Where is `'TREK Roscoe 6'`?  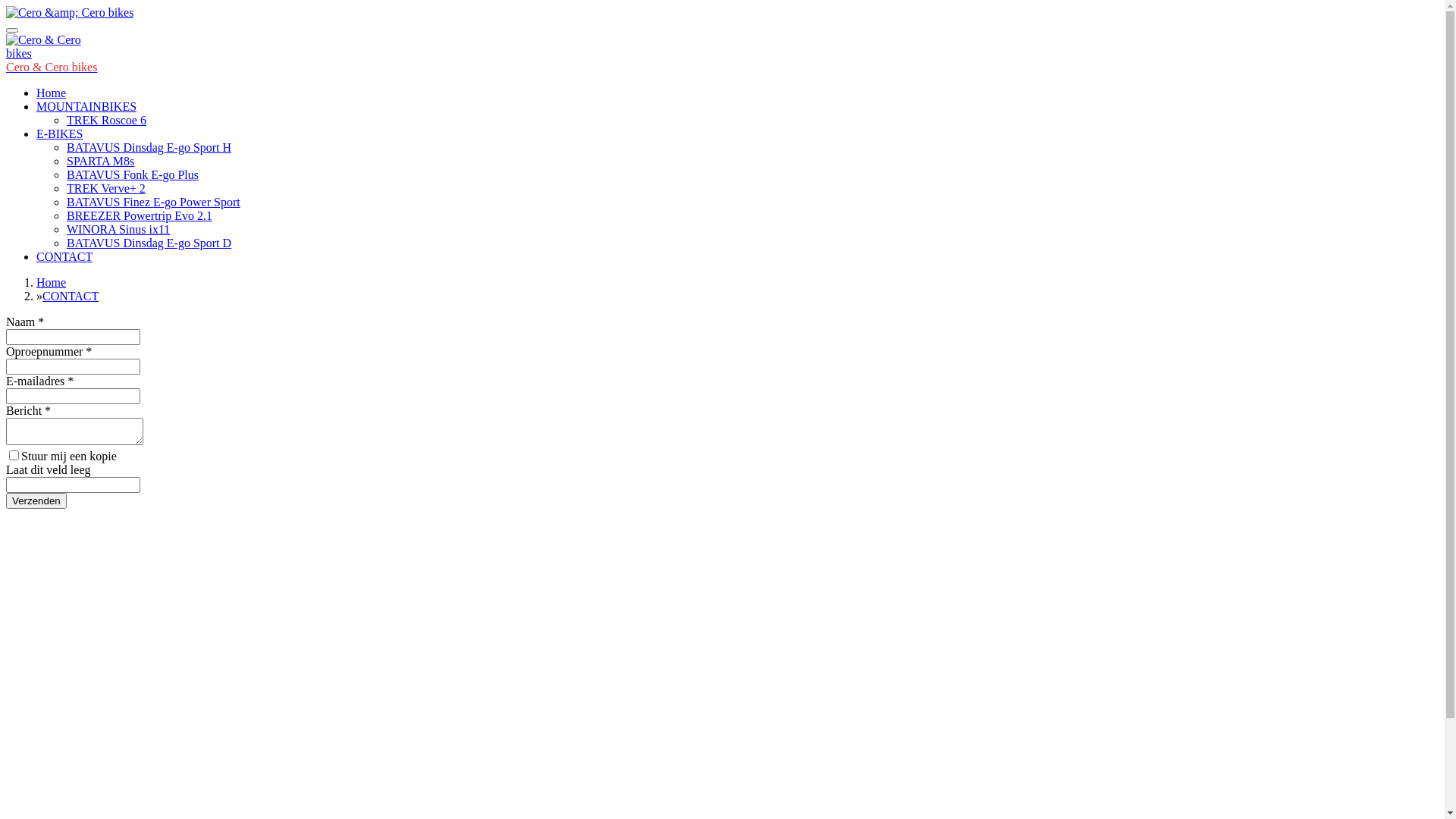 'TREK Roscoe 6' is located at coordinates (105, 119).